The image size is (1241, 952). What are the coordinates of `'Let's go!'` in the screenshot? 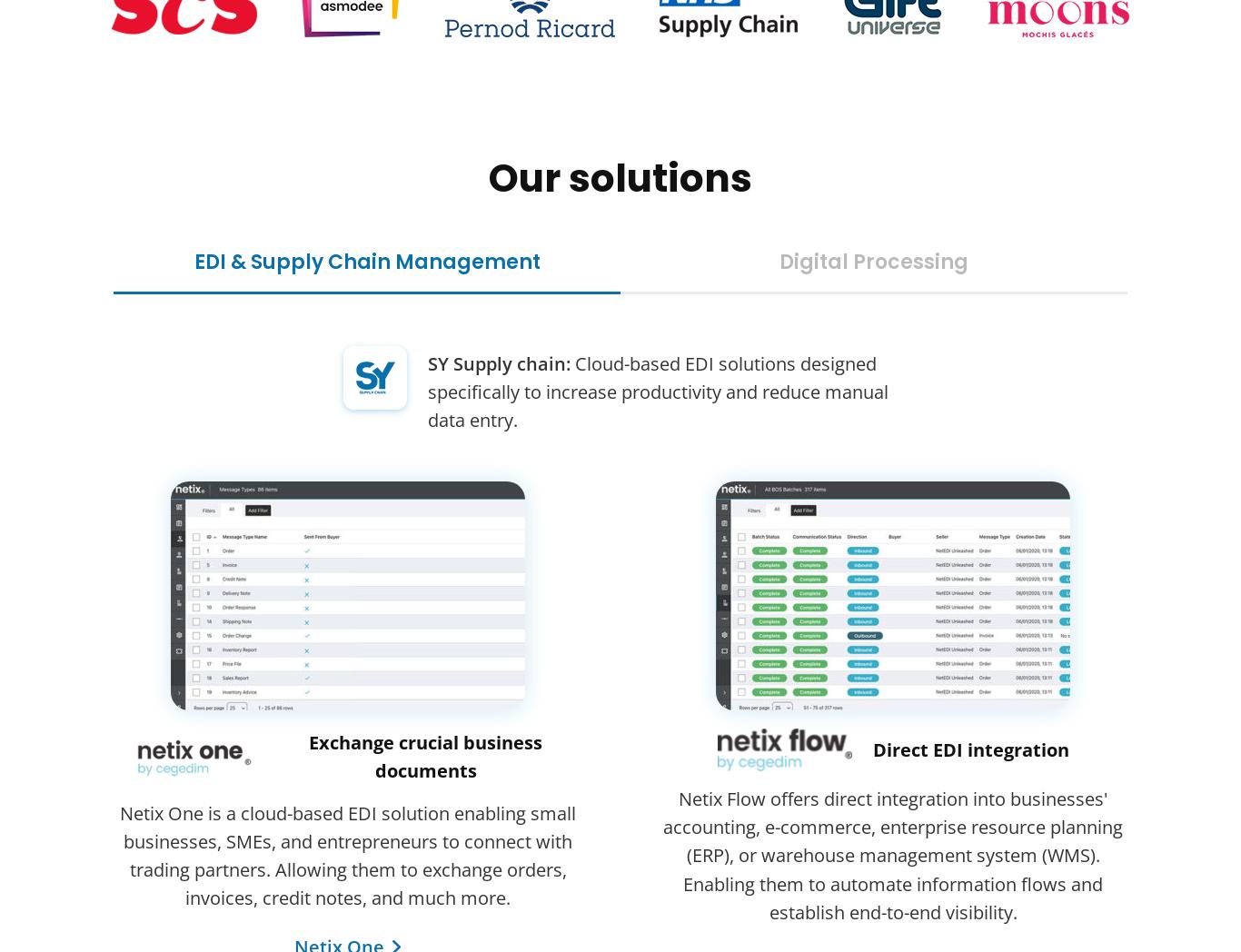 It's located at (620, 352).